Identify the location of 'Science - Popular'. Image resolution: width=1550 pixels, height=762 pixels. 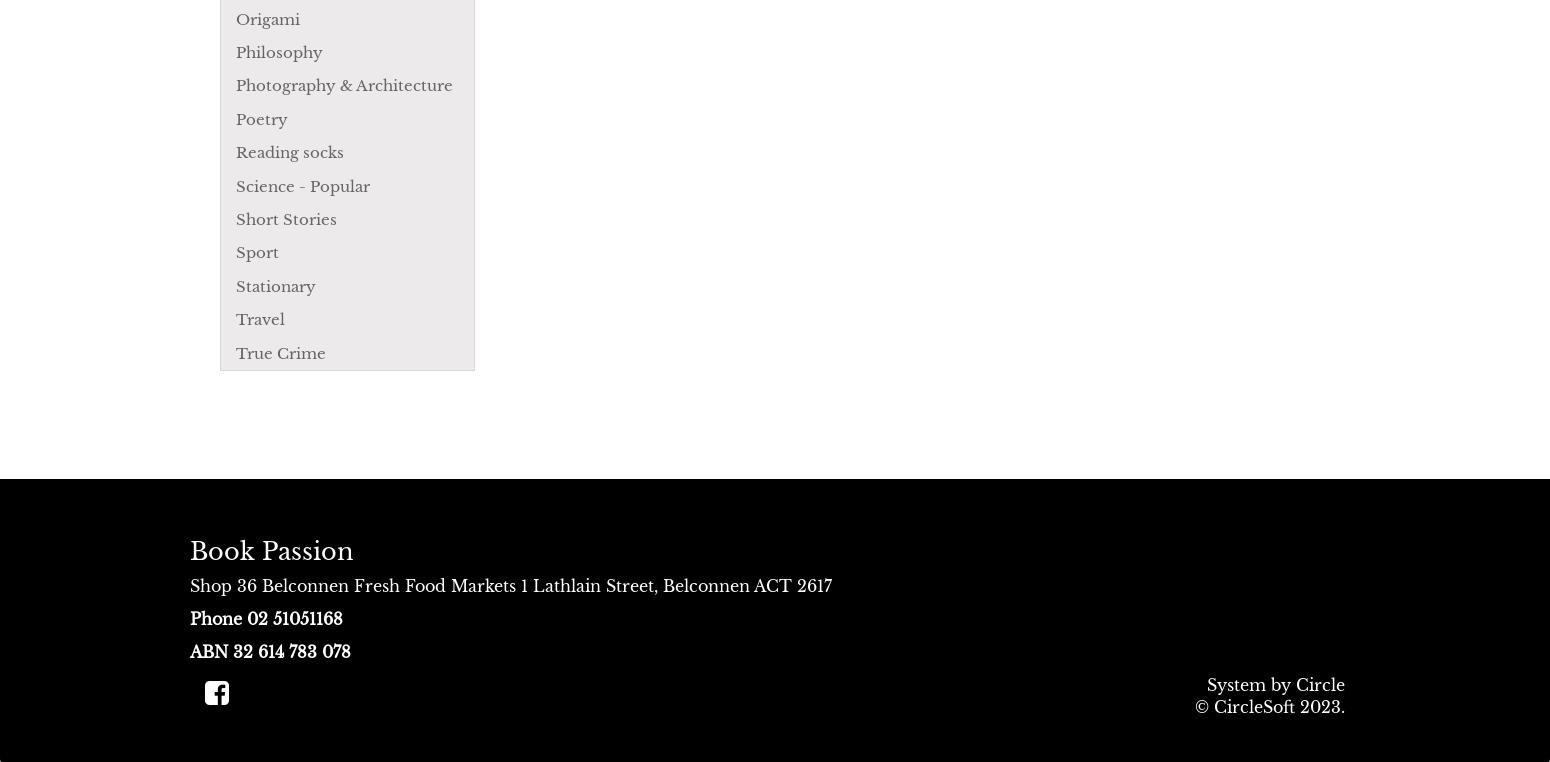
(303, 184).